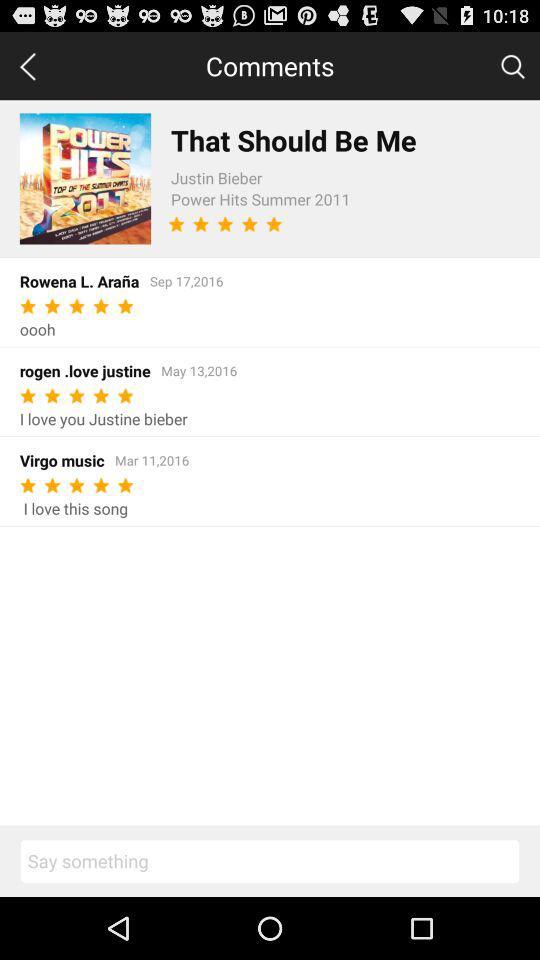  I want to click on to search, so click(512, 65).